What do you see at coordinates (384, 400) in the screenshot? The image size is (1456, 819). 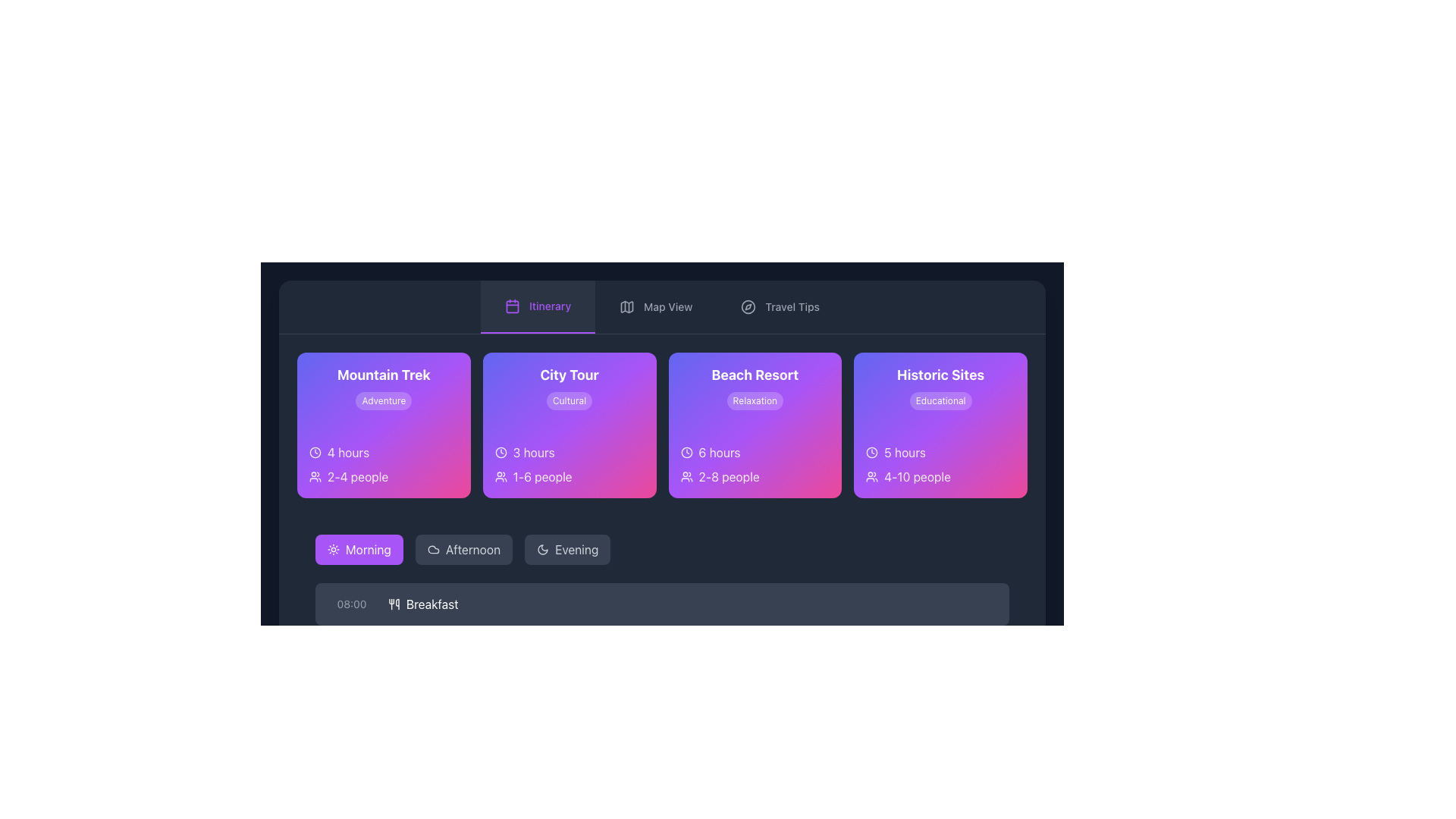 I see `the text of the 'Adventure' label located below the title 'Mountain Trek' and centrally aligned within its card` at bounding box center [384, 400].